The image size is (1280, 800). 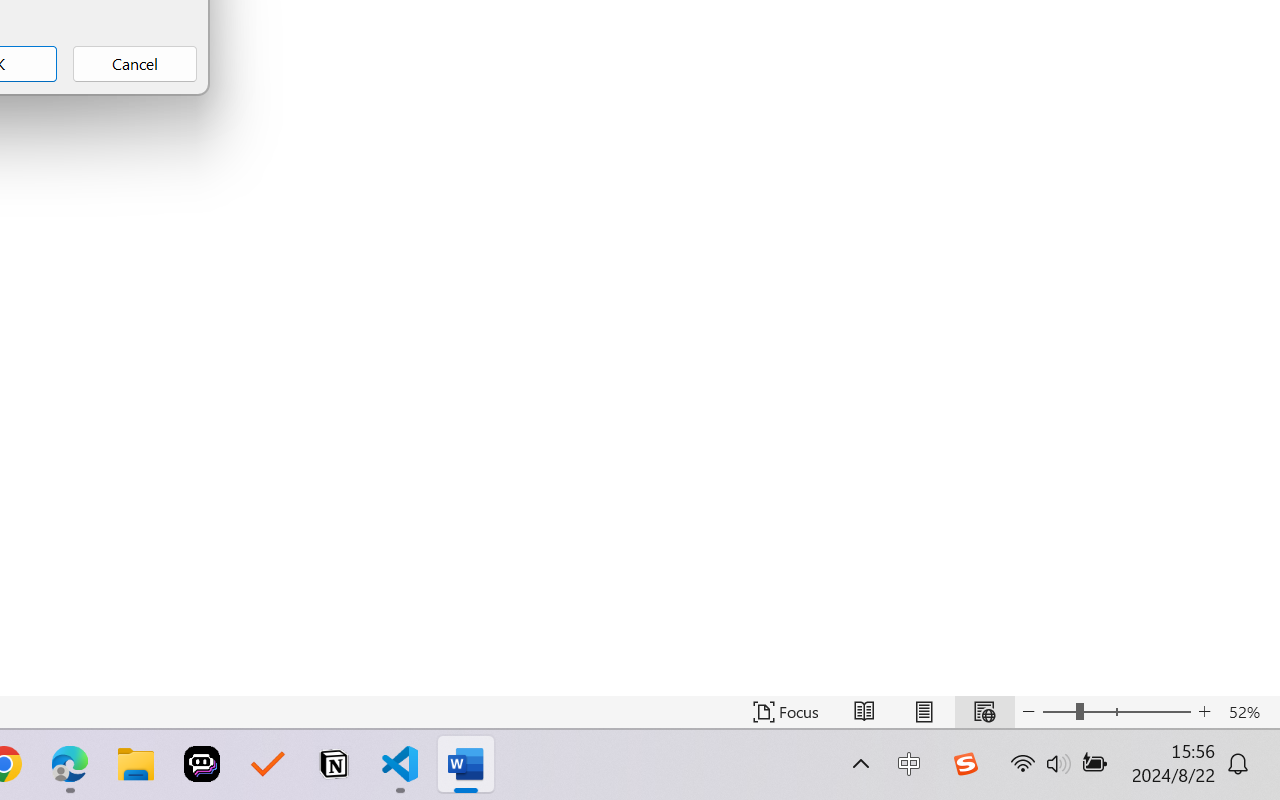 I want to click on 'Read Mode', so click(x=864, y=711).